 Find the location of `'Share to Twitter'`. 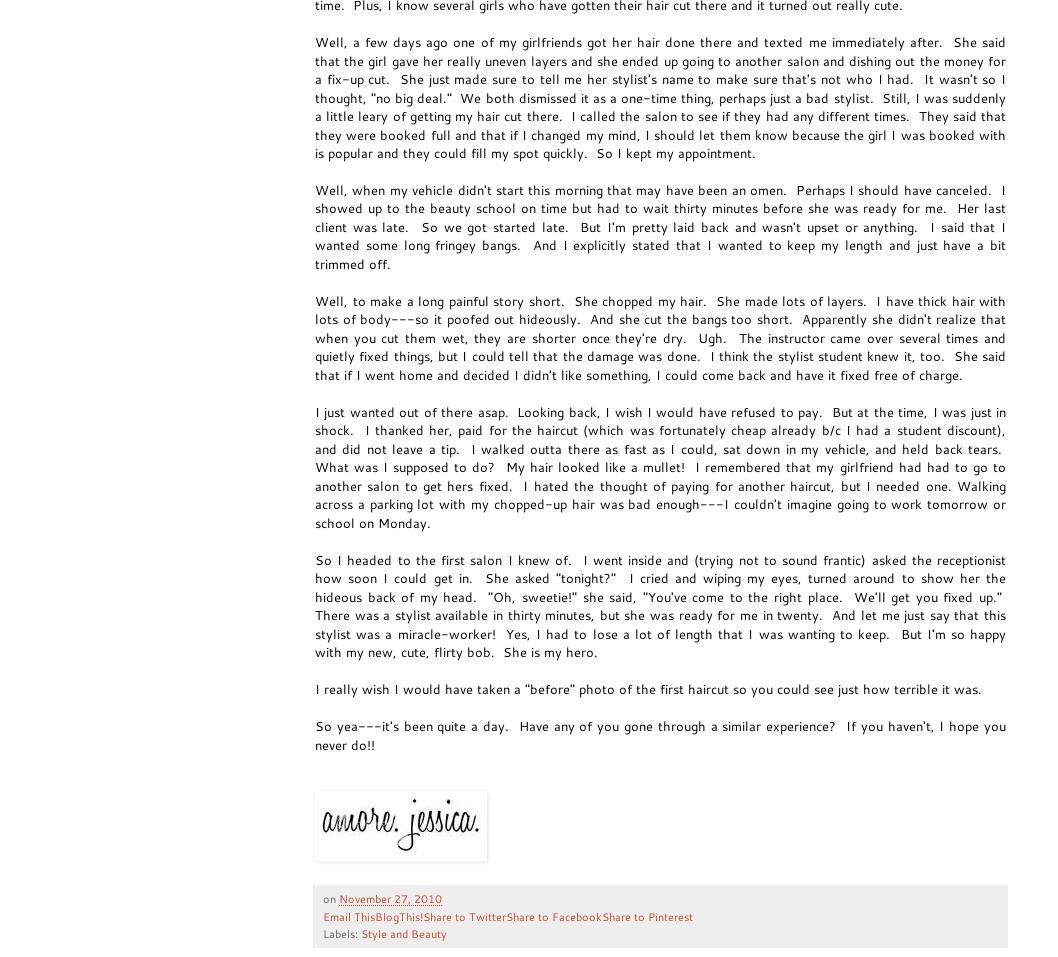

'Share to Twitter' is located at coordinates (463, 915).